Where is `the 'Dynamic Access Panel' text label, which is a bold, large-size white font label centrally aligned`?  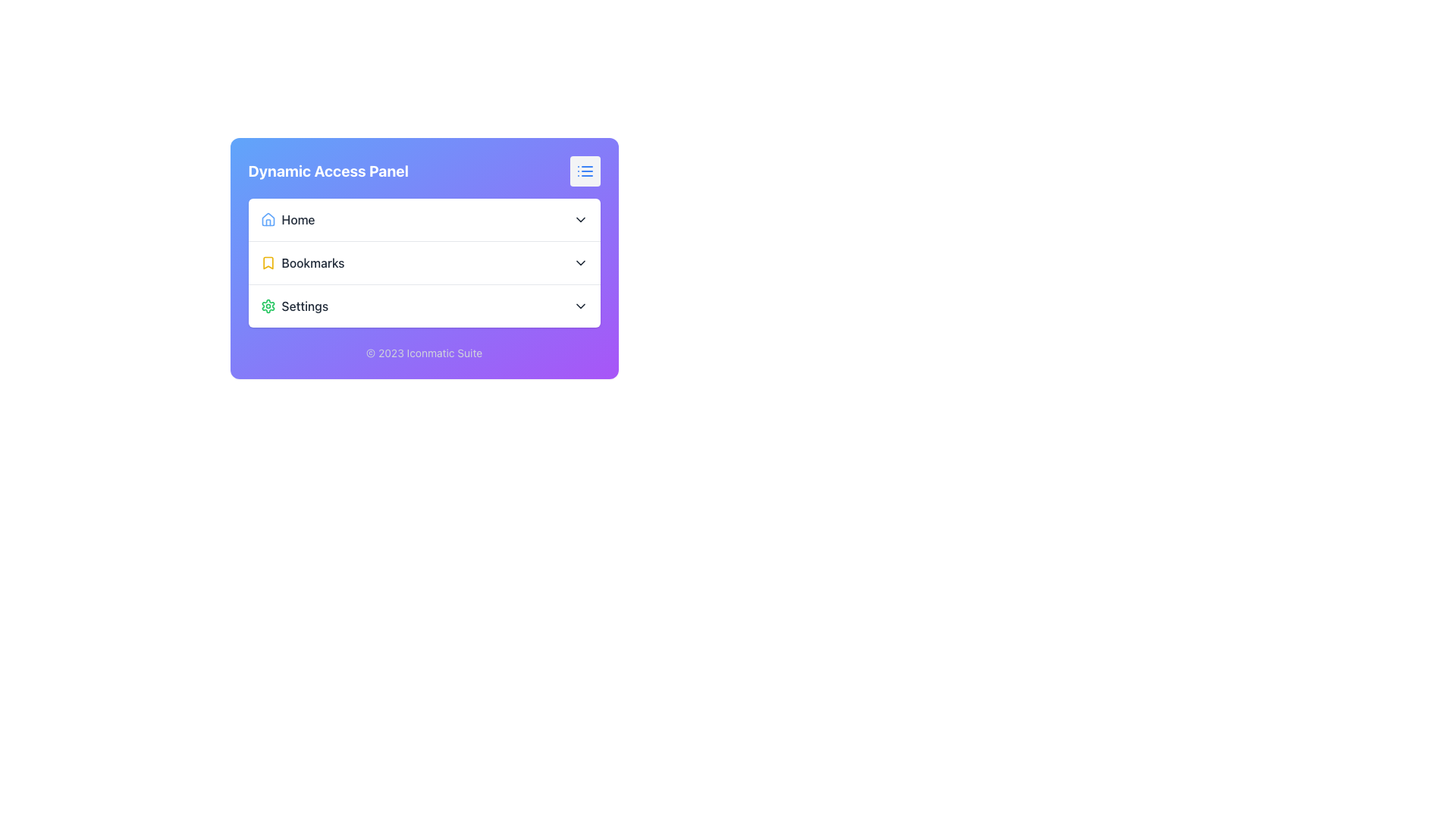
the 'Dynamic Access Panel' text label, which is a bold, large-size white font label centrally aligned is located at coordinates (328, 171).